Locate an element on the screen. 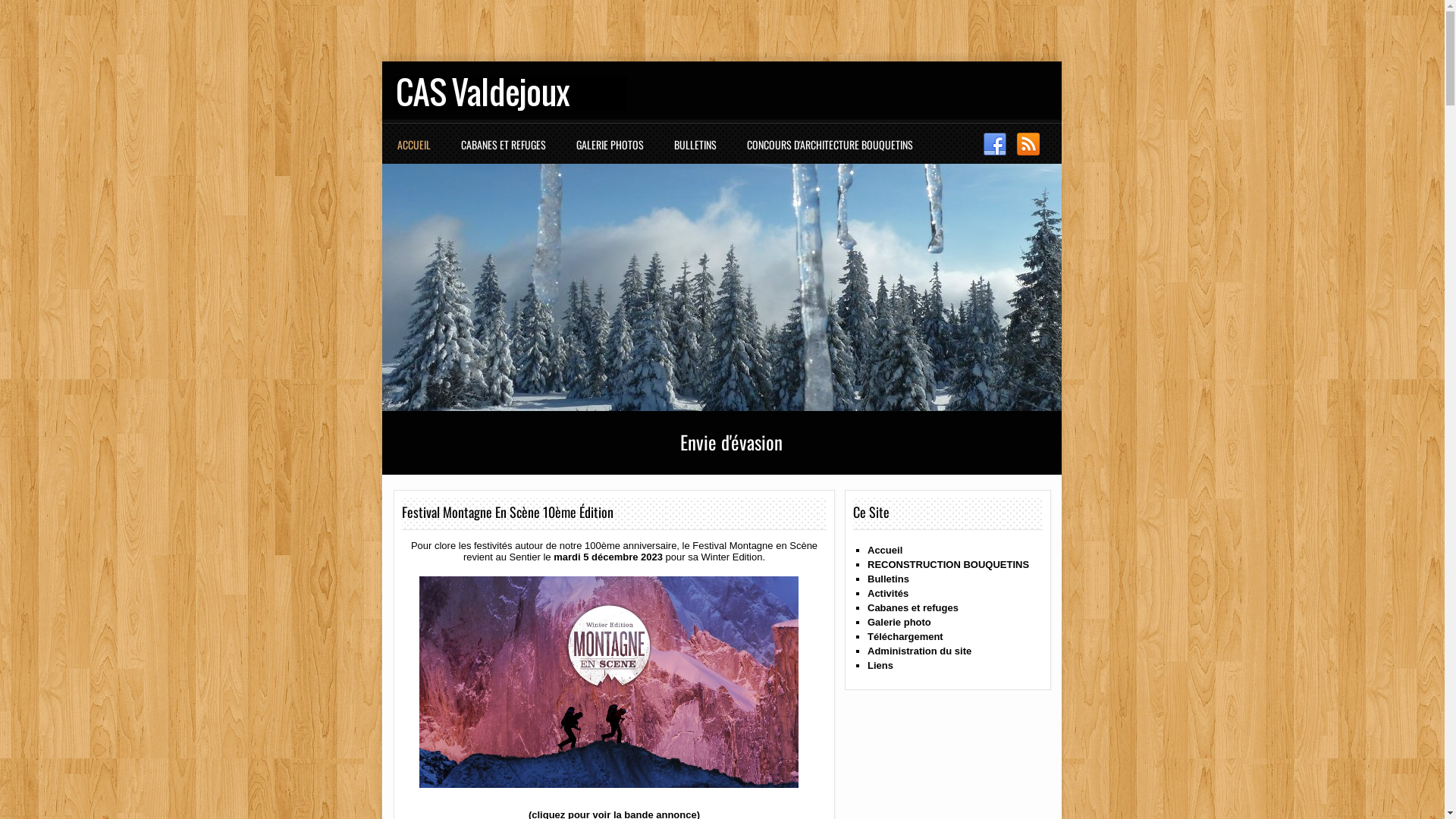 This screenshot has height=819, width=1456. 'BULLETINS' is located at coordinates (698, 152).